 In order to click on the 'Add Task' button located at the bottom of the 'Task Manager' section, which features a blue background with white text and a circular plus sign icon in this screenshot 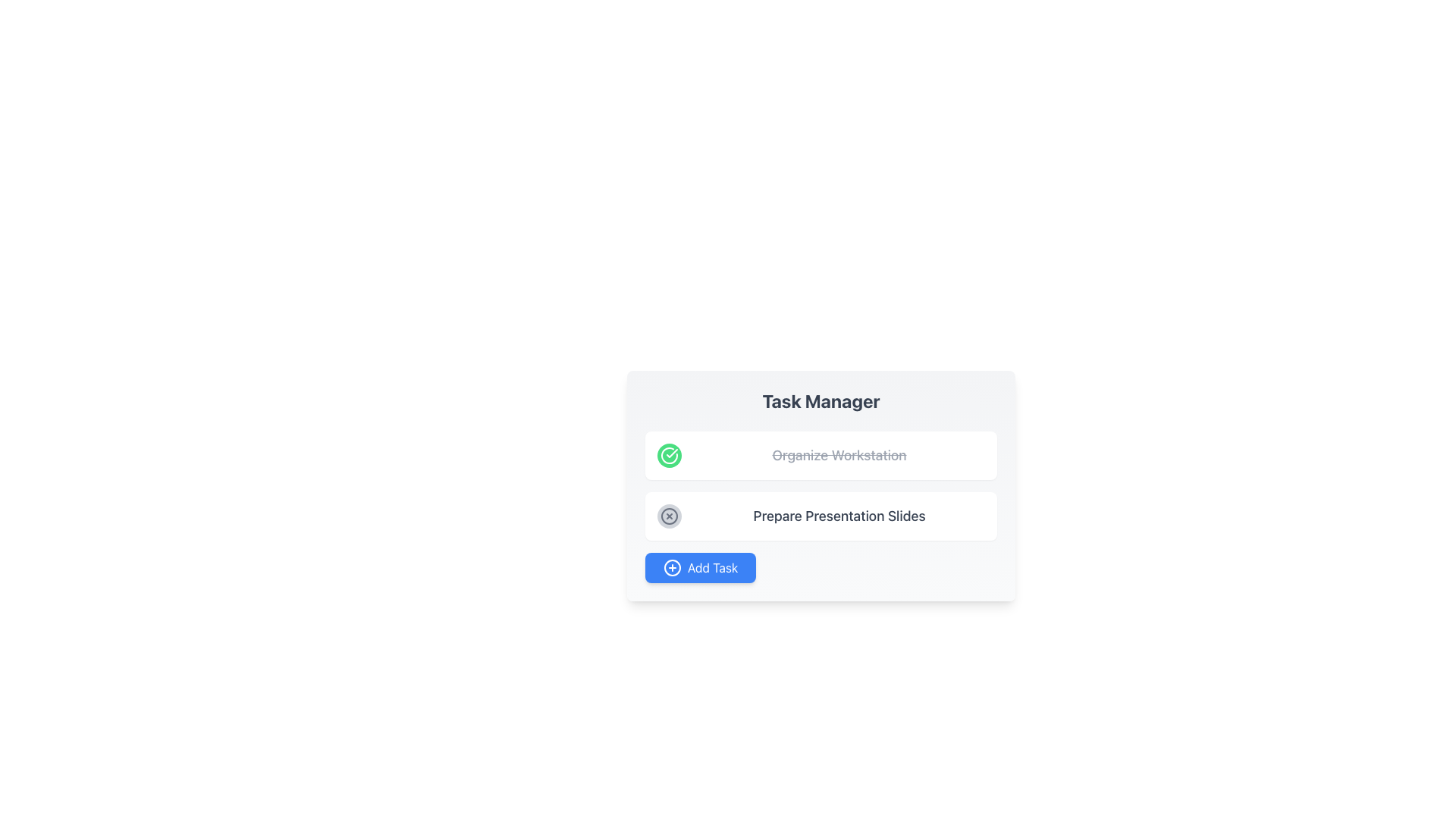, I will do `click(700, 567)`.